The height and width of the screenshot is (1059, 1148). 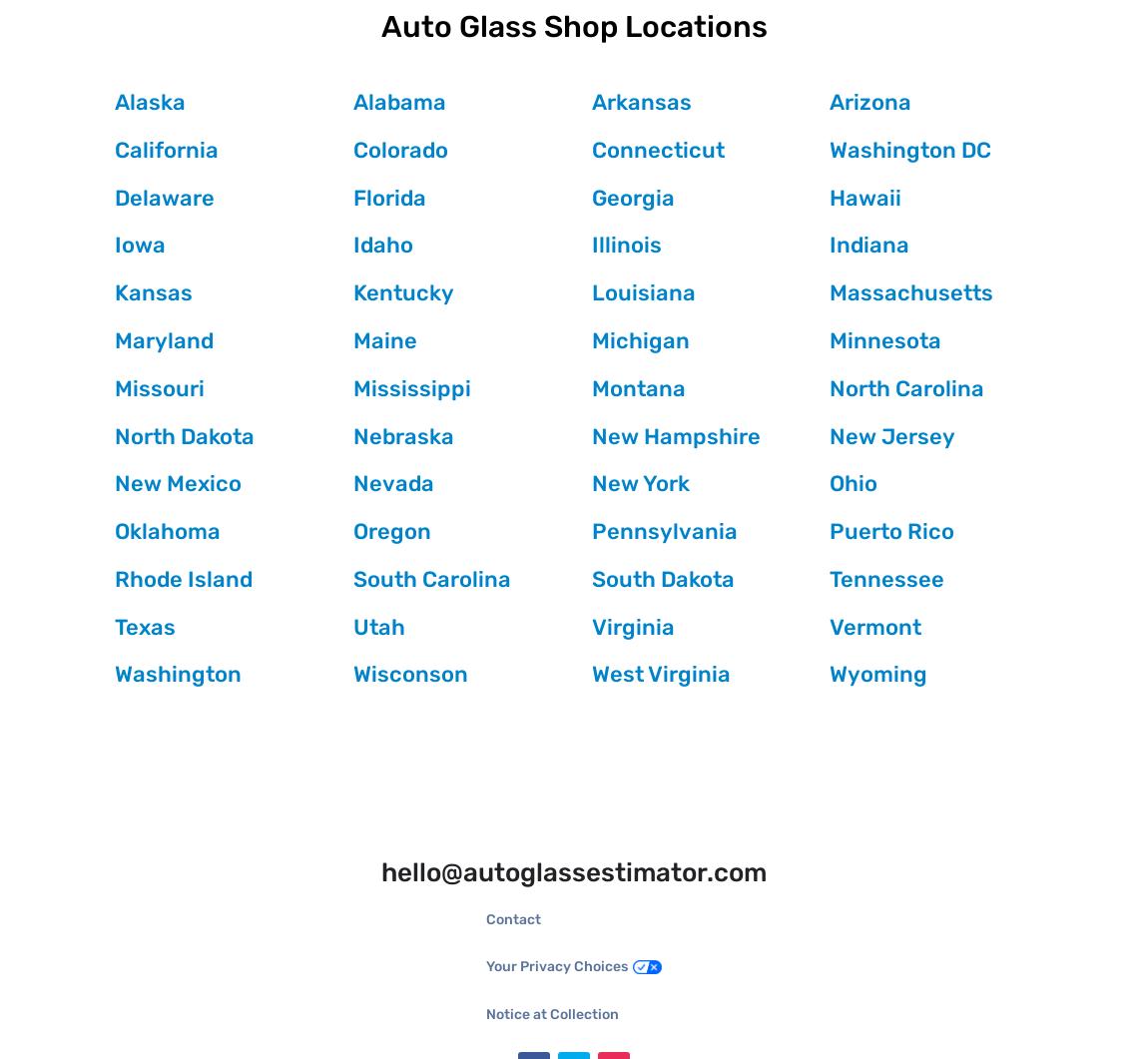 What do you see at coordinates (114, 435) in the screenshot?
I see `'North Dakota'` at bounding box center [114, 435].